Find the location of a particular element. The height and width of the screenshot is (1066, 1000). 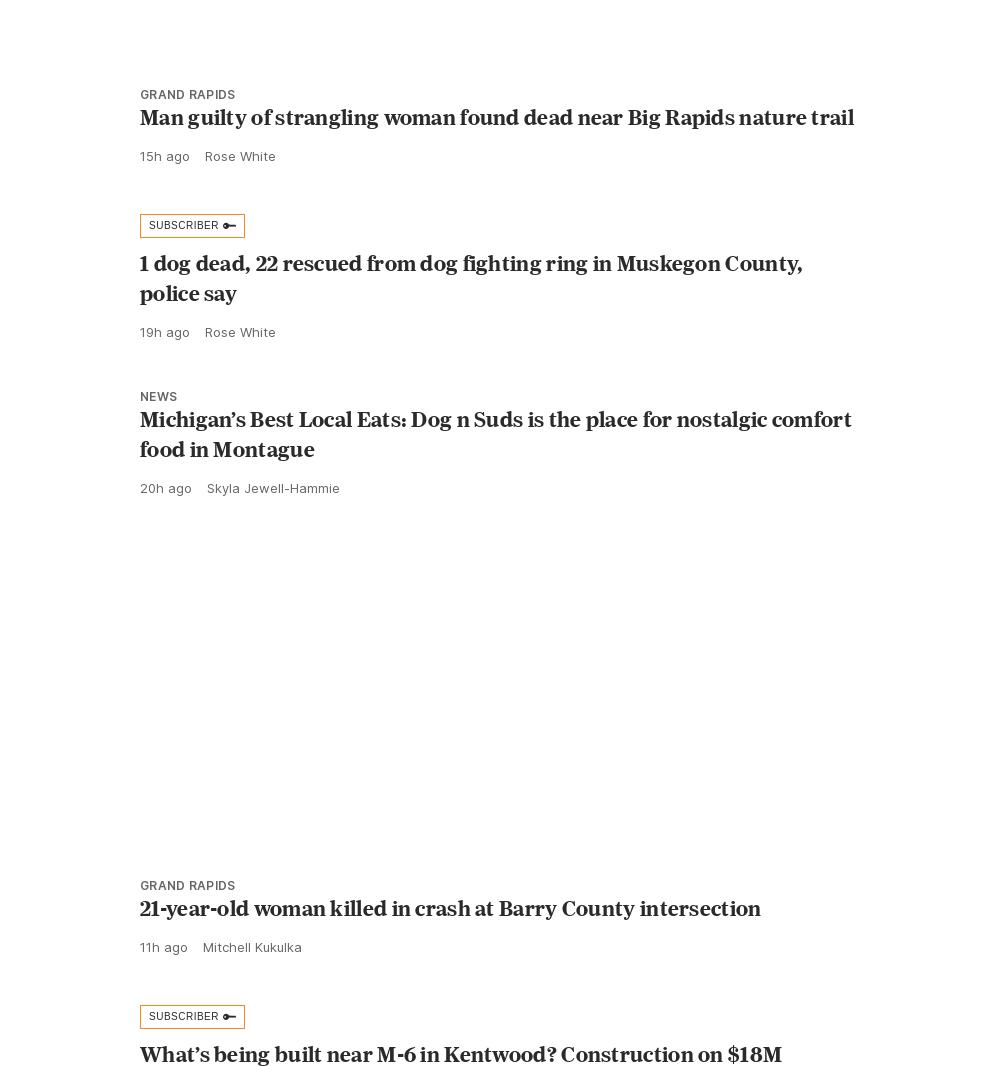

'21-year-old woman killed in crash at Barry County intersection' is located at coordinates (140, 952).